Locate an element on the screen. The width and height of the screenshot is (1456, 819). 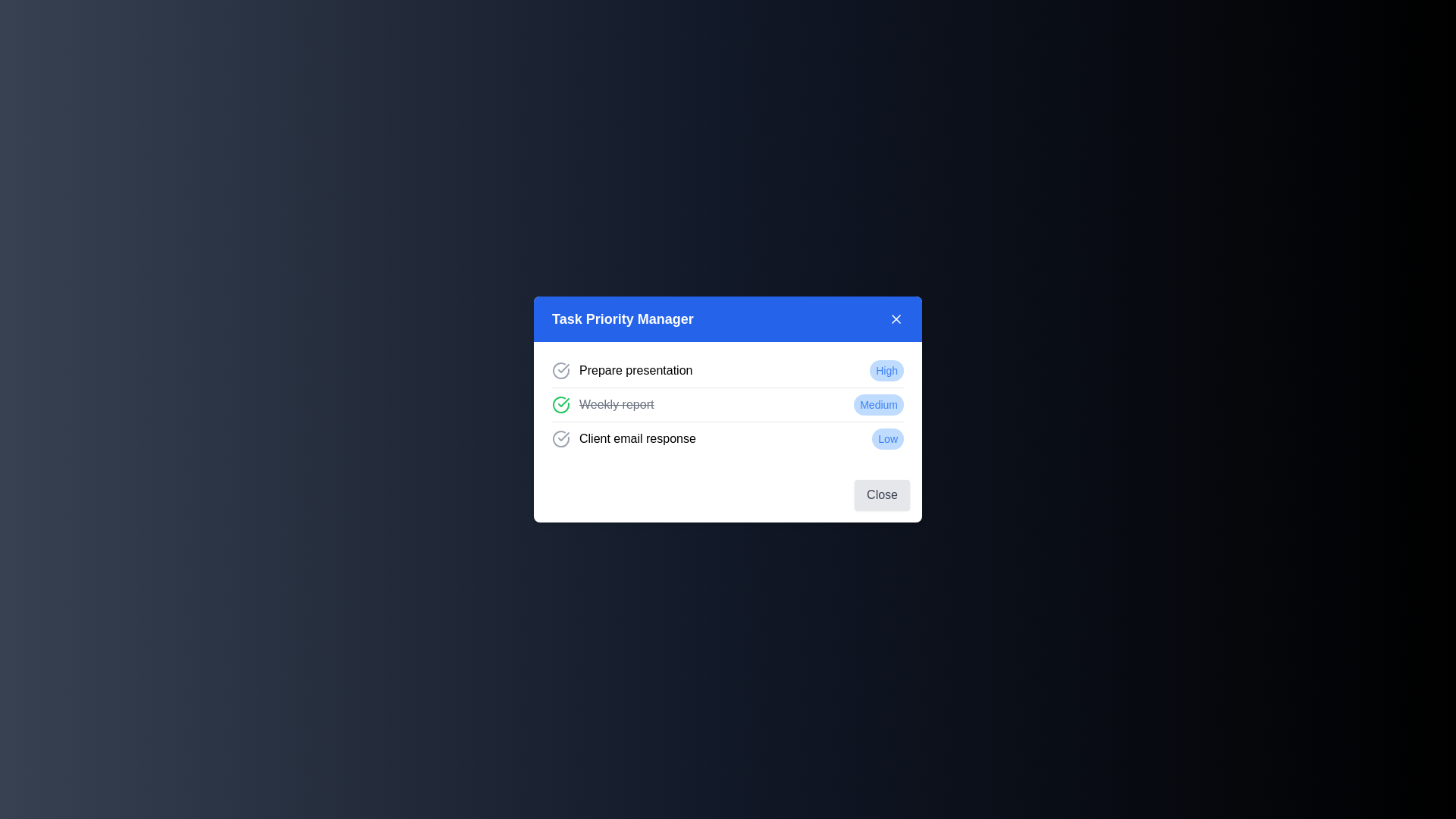
the 'Close' button located at the bottom-right corner of the dialog box is located at coordinates (882, 494).